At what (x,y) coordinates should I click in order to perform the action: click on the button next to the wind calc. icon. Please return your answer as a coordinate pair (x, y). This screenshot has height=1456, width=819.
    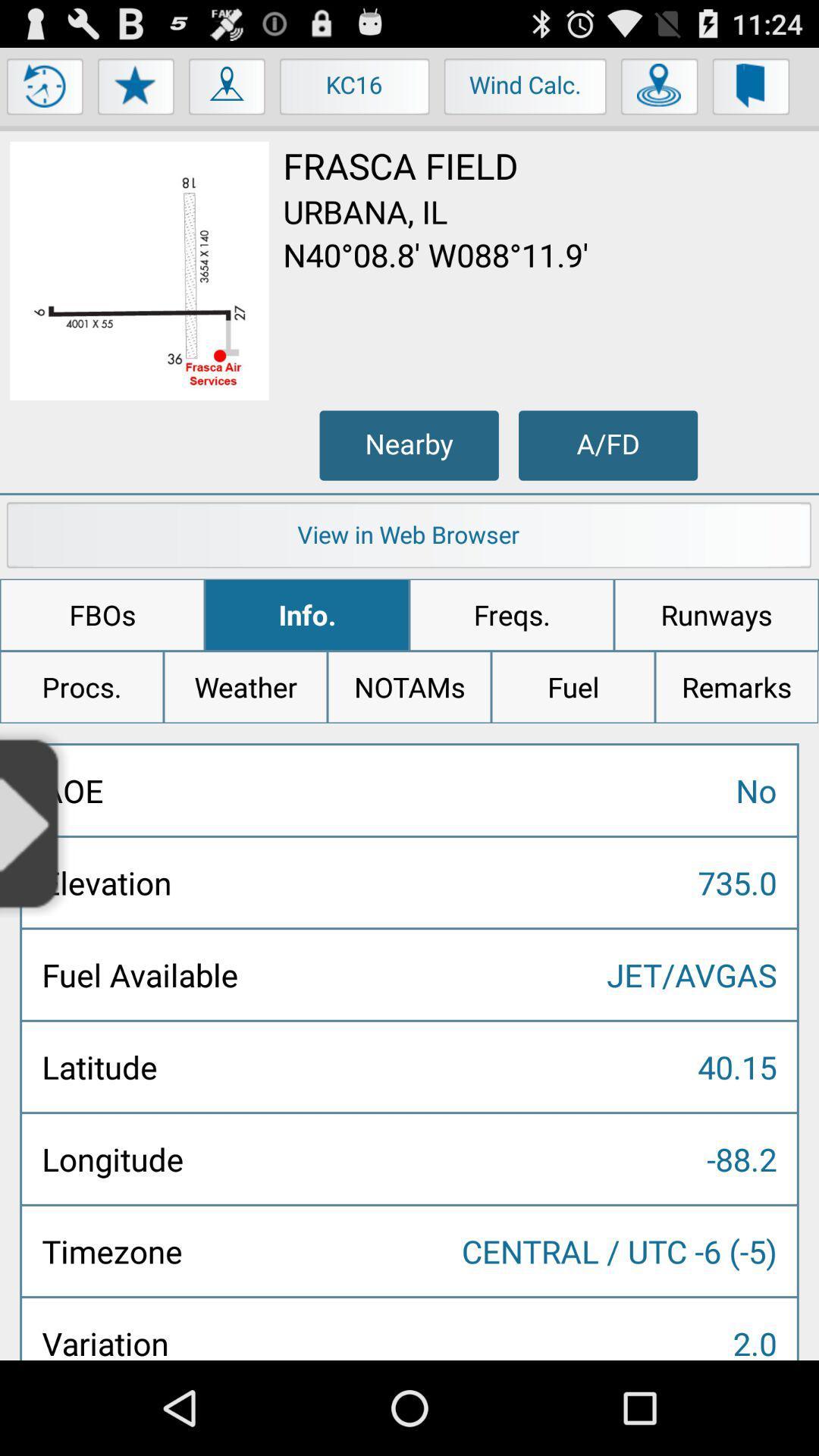
    Looking at the image, I should click on (355, 89).